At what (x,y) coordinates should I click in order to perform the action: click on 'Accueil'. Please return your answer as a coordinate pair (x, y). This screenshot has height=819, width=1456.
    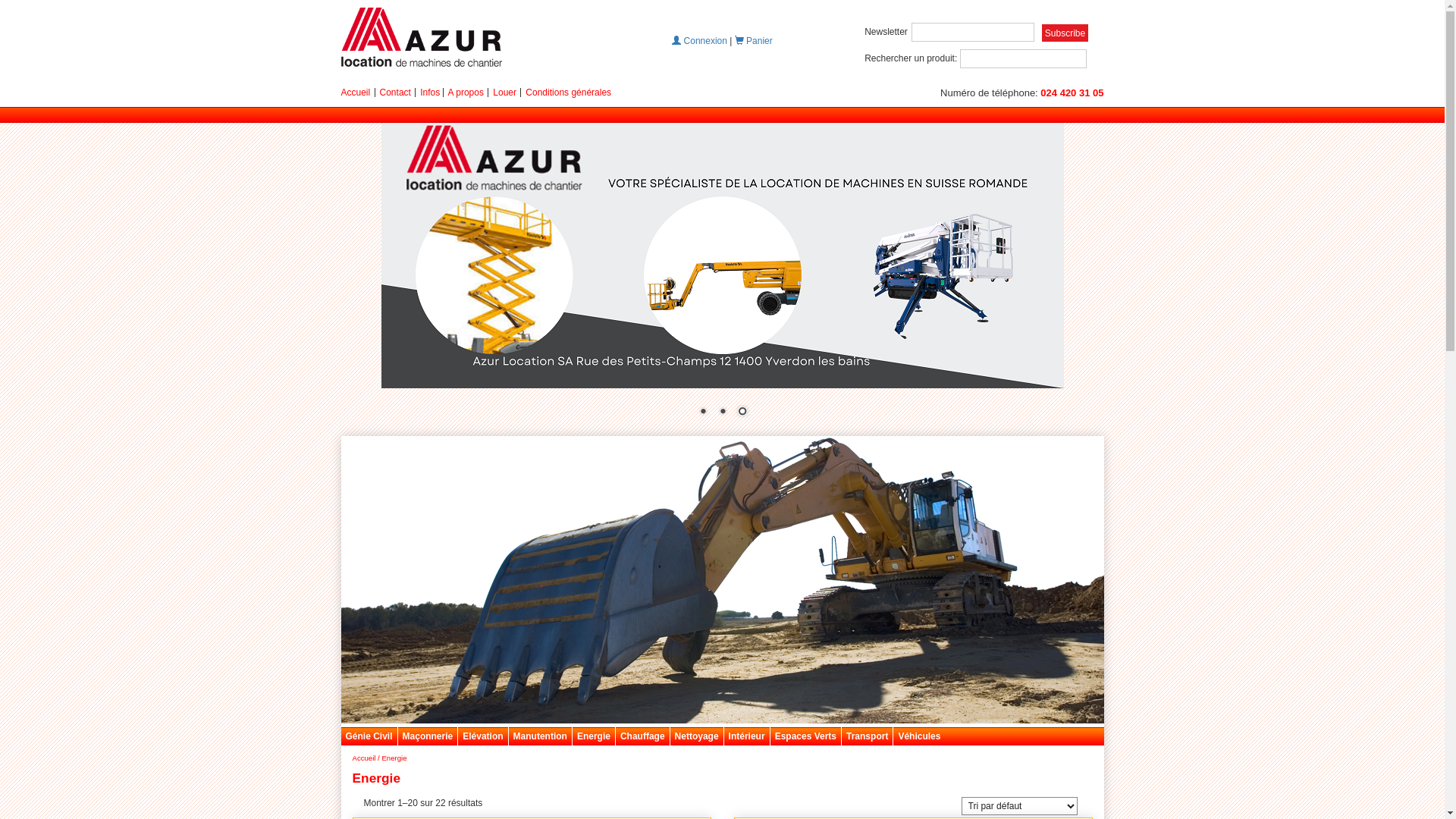
    Looking at the image, I should click on (362, 758).